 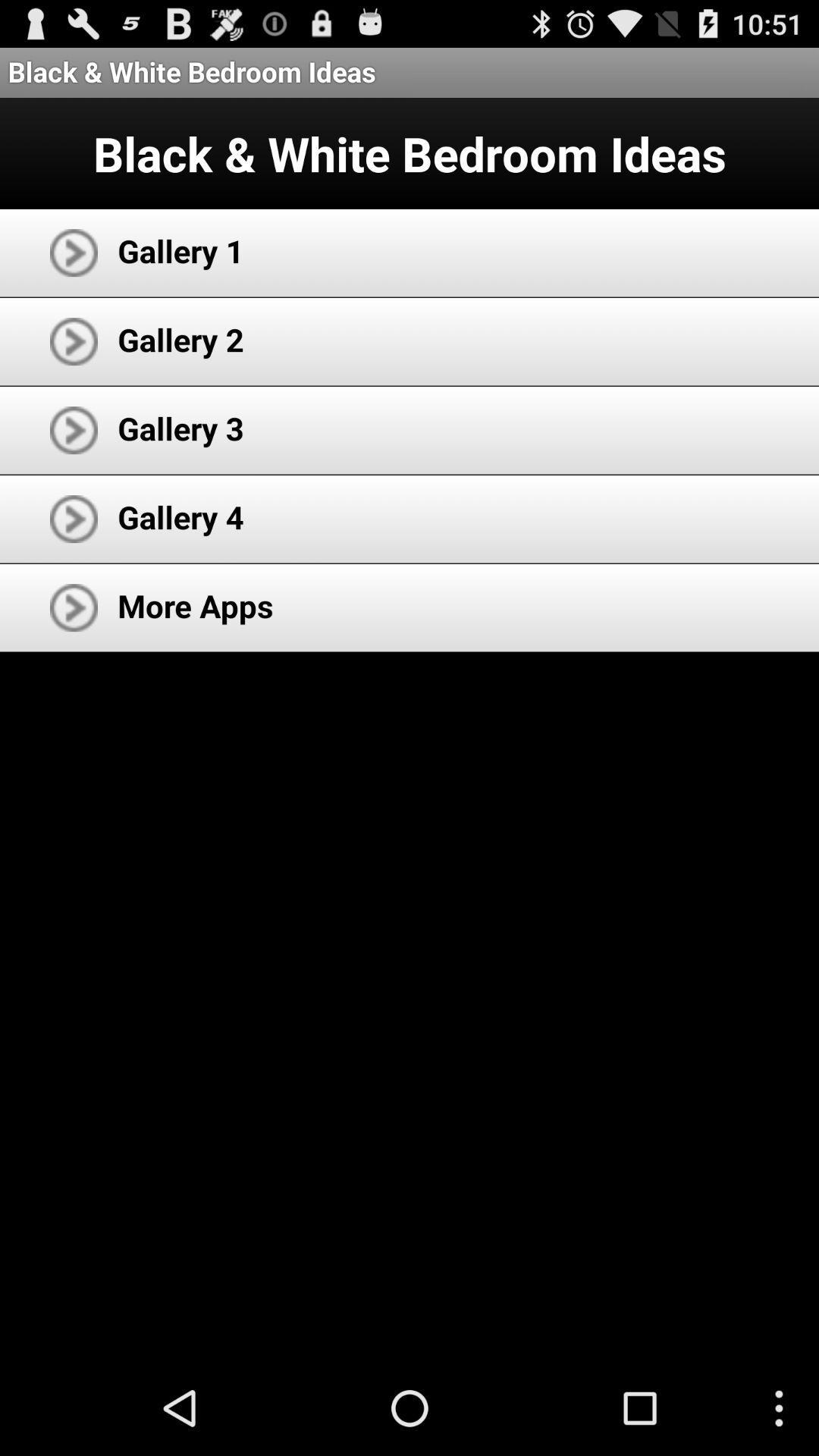 What do you see at coordinates (180, 338) in the screenshot?
I see `gallery 2 item` at bounding box center [180, 338].